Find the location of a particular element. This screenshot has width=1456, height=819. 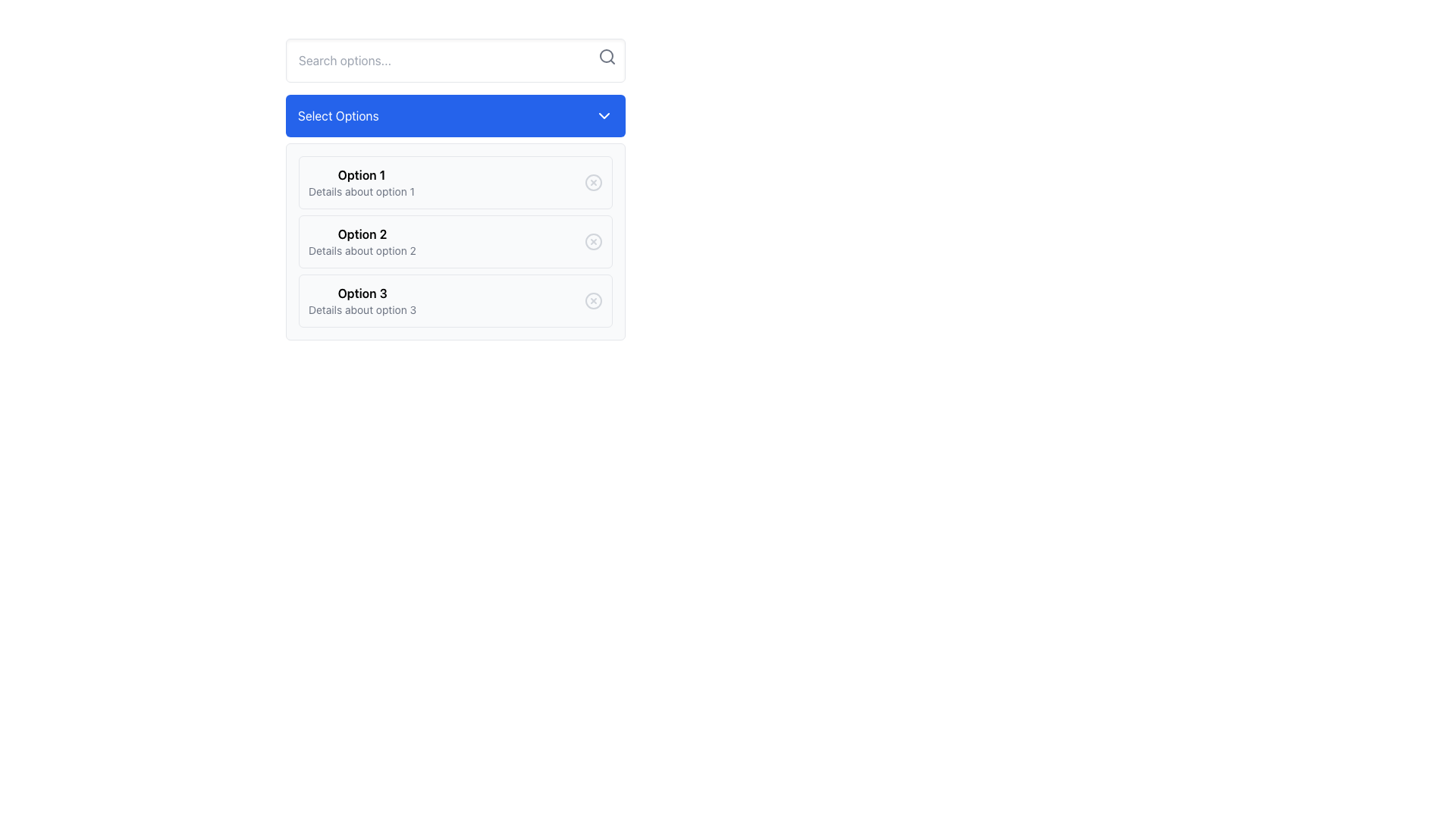

the static text label providing additional details for 'Option 3', located below the title text 'Option 3' is located at coordinates (362, 309).